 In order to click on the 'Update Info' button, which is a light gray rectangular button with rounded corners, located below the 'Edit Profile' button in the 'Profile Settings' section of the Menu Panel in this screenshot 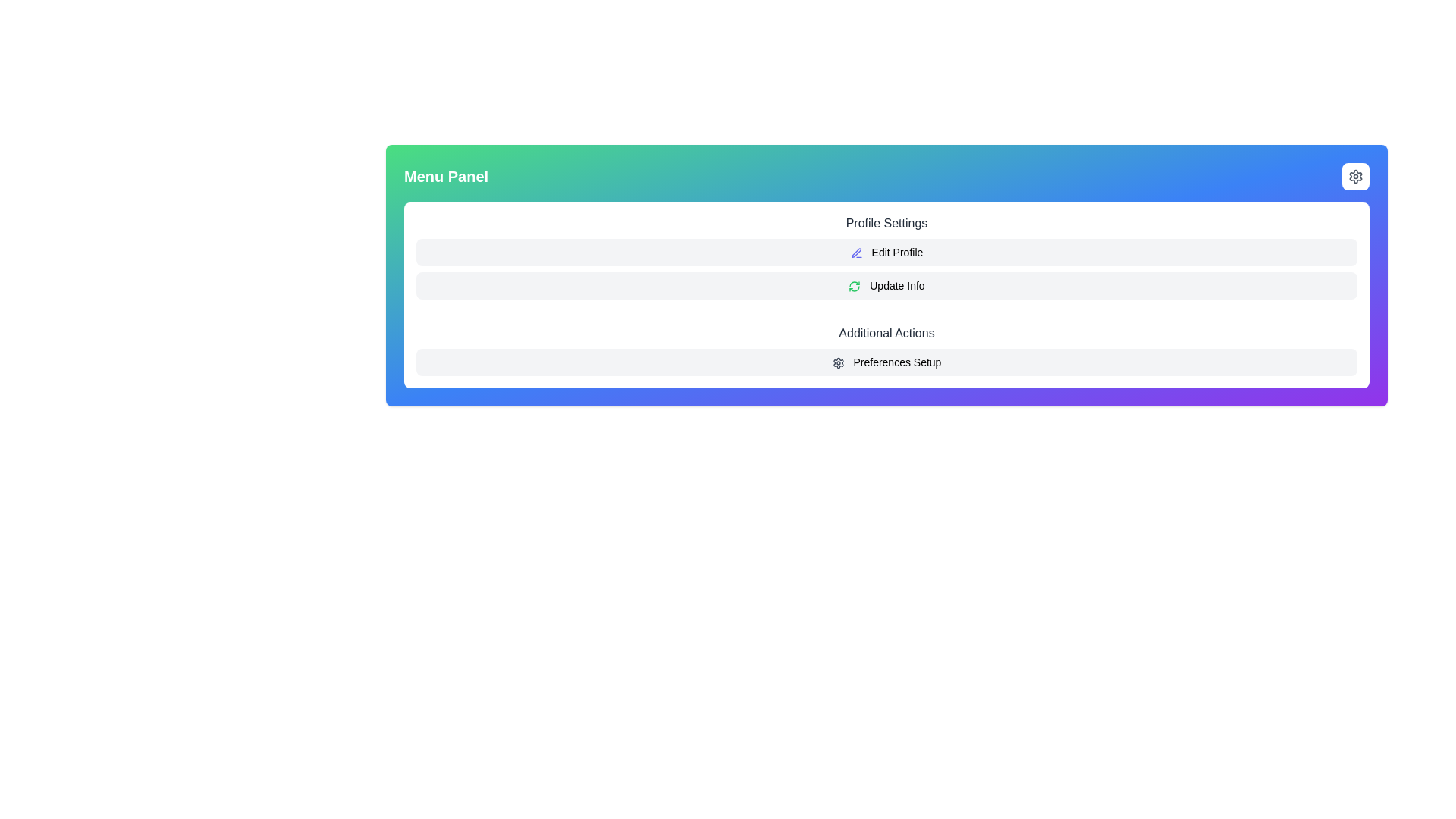, I will do `click(886, 286)`.